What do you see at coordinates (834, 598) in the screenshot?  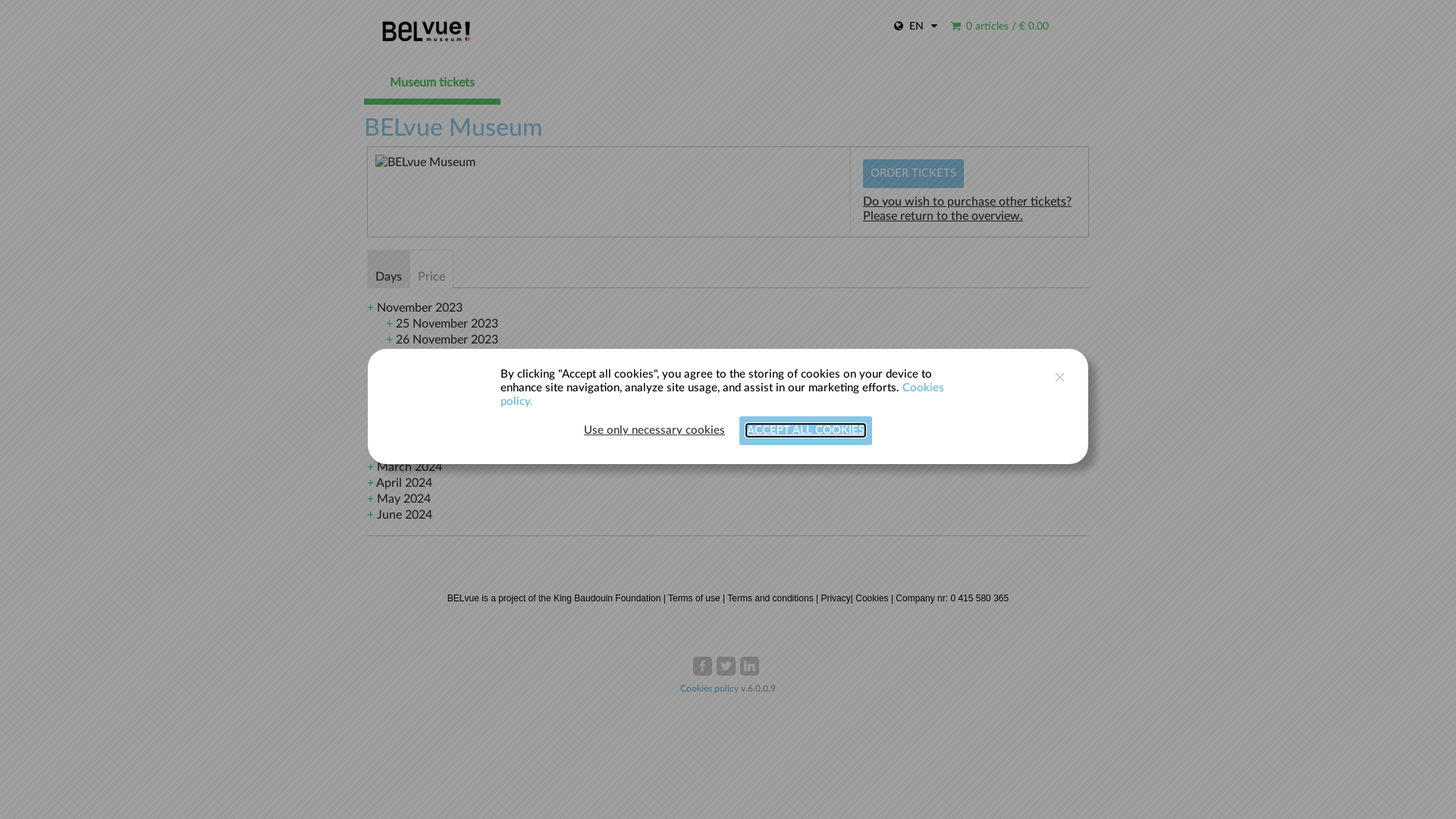 I see `'Privacy'` at bounding box center [834, 598].